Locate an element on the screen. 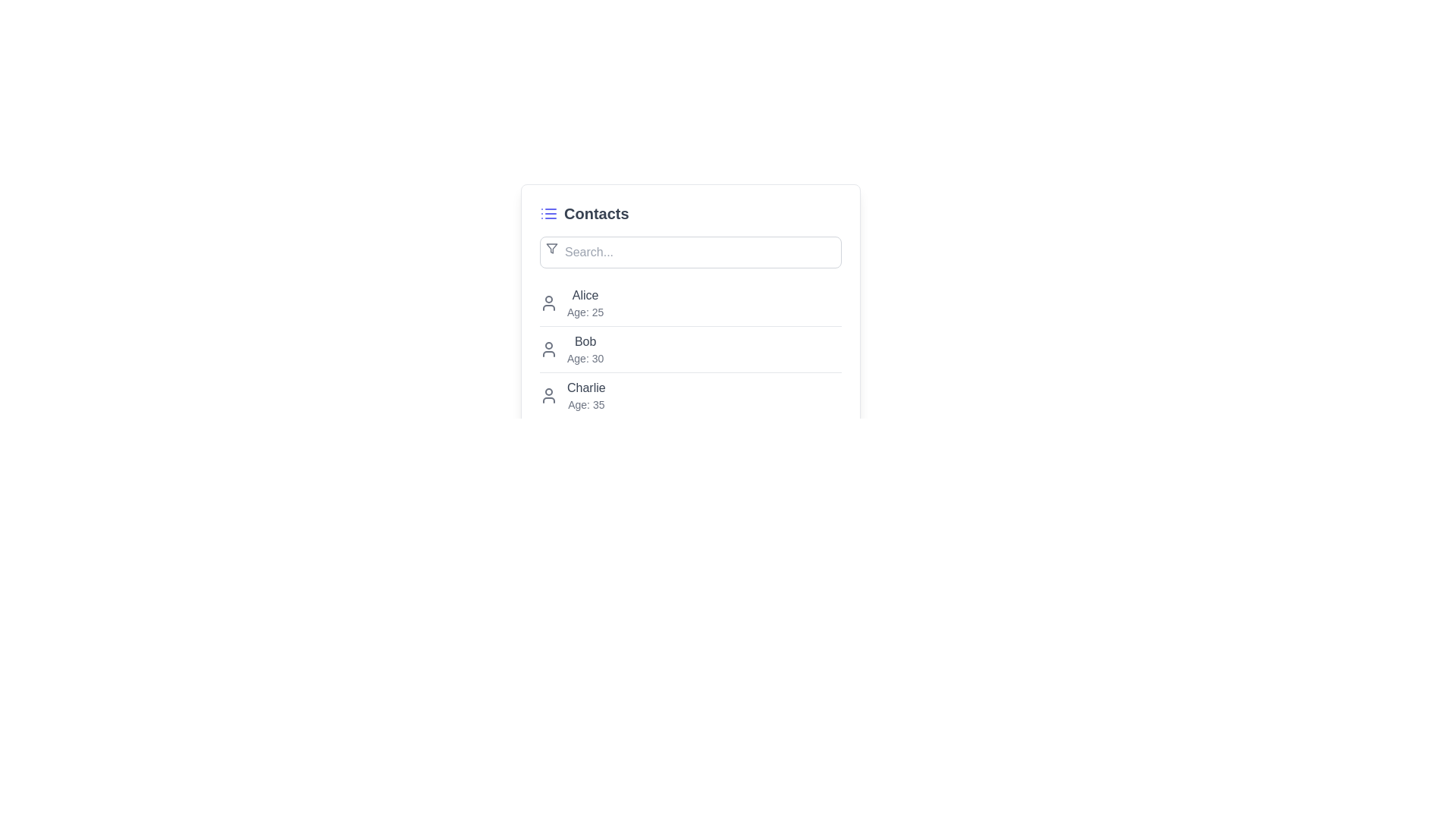 The image size is (1456, 819). to select the list item displaying information about an individual, located between 'Alice' and 'Charlie' is located at coordinates (690, 350).